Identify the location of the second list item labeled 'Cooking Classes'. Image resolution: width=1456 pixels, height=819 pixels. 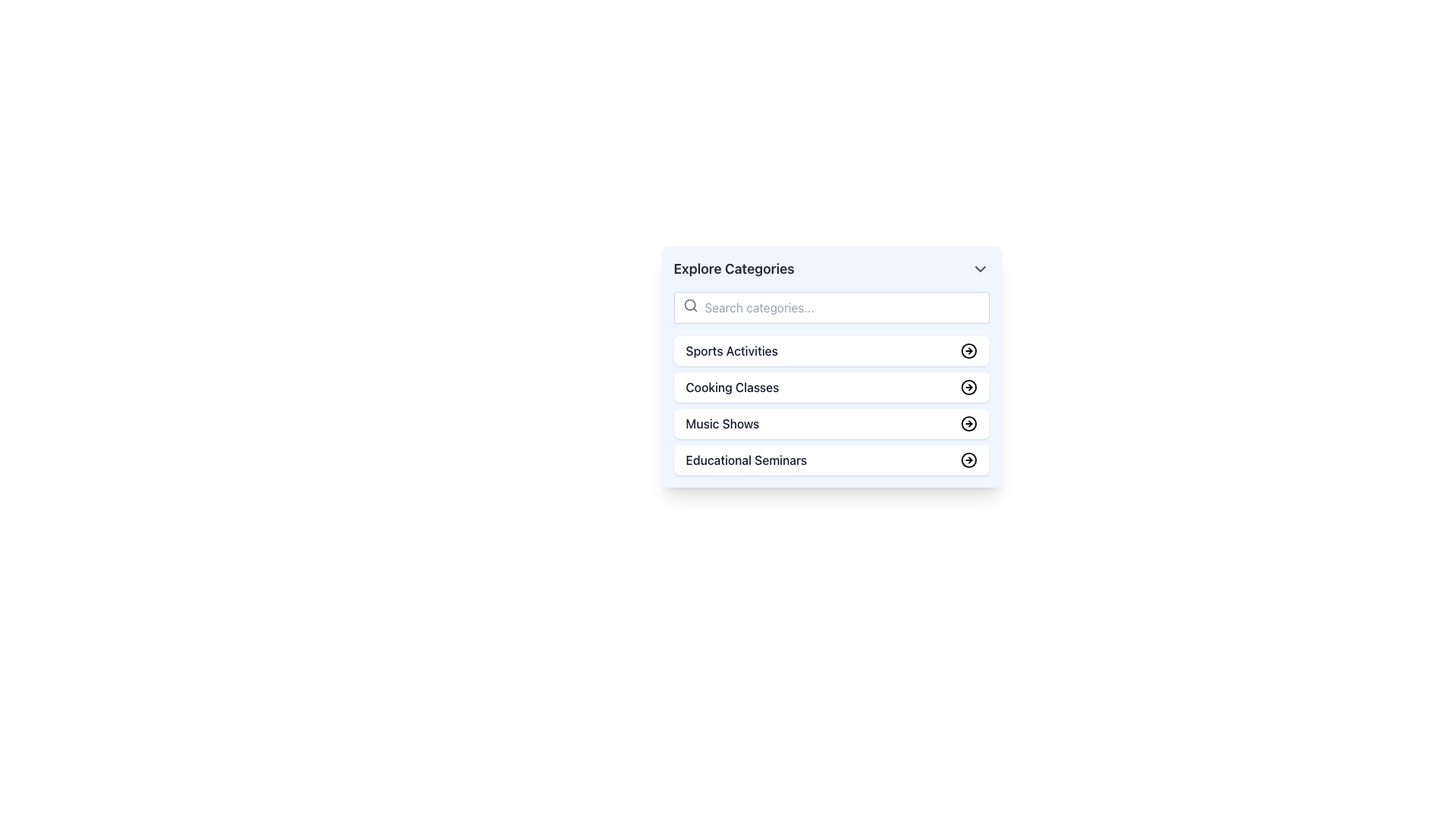
(830, 405).